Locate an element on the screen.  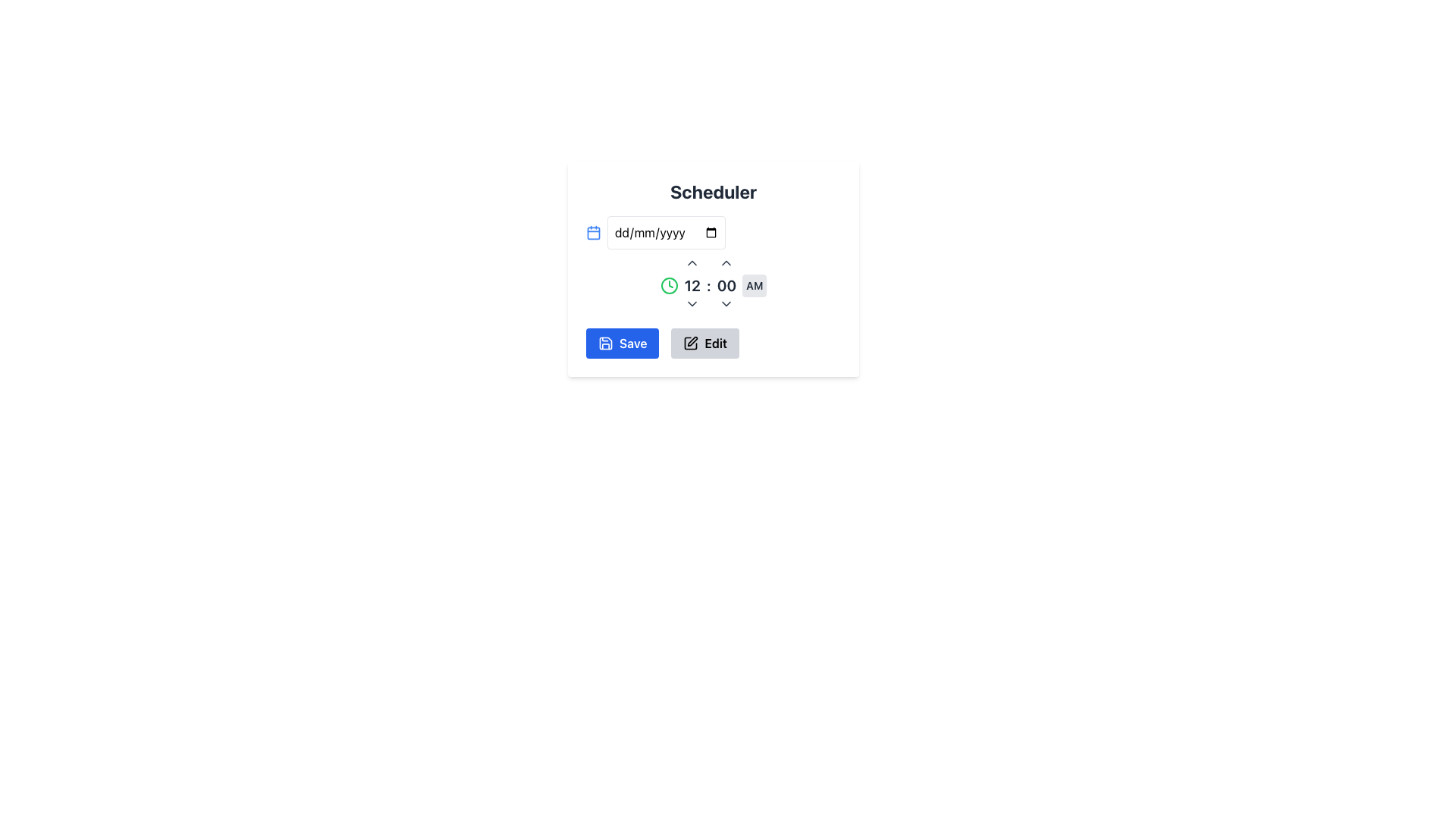
the small calendar icon styled with blue strokes and a rounded rectangular frame, positioned to the left of the date input field is located at coordinates (592, 233).